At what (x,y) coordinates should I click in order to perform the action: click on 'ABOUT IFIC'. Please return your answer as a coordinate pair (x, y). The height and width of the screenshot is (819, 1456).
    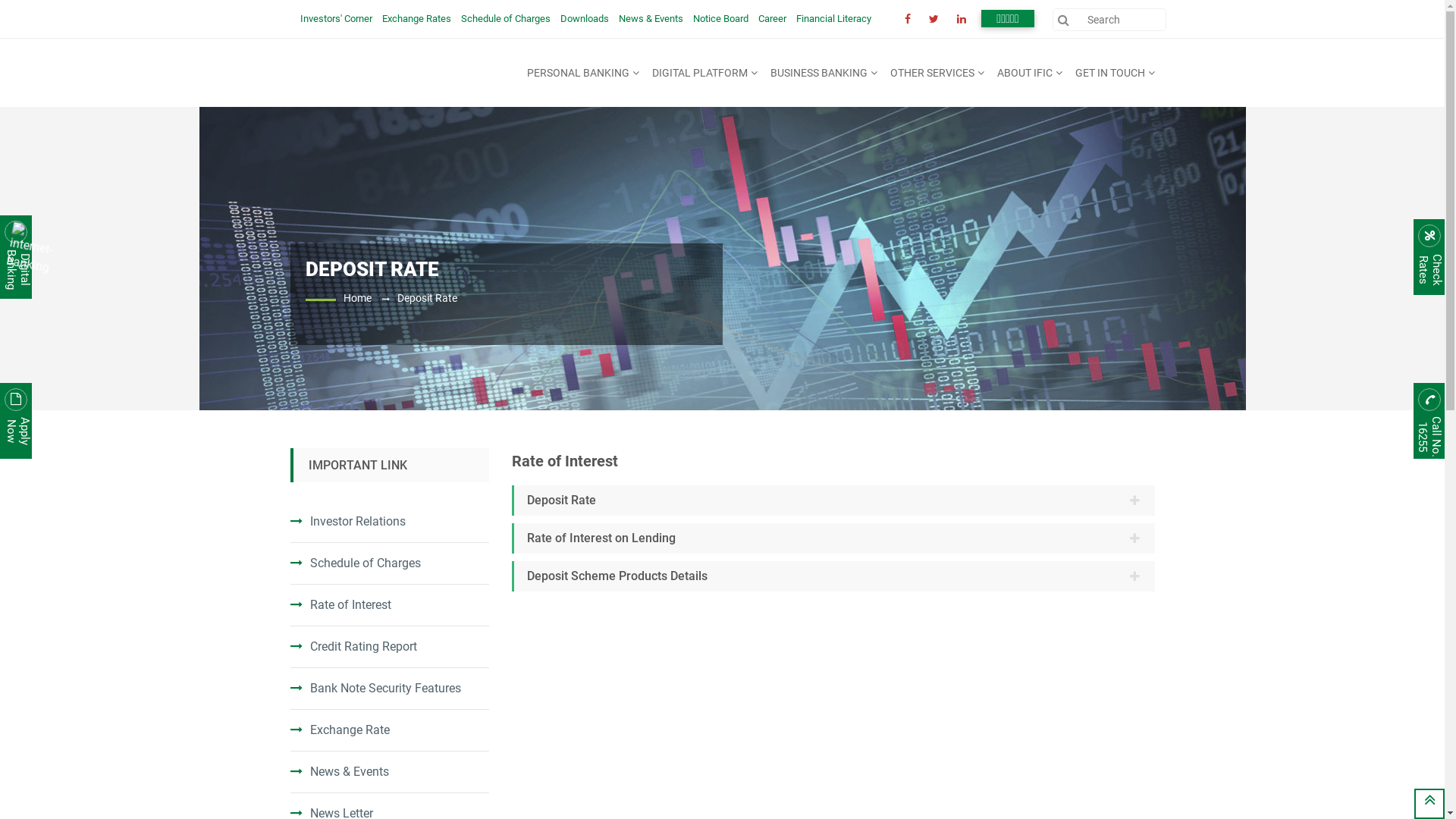
    Looking at the image, I should click on (1031, 73).